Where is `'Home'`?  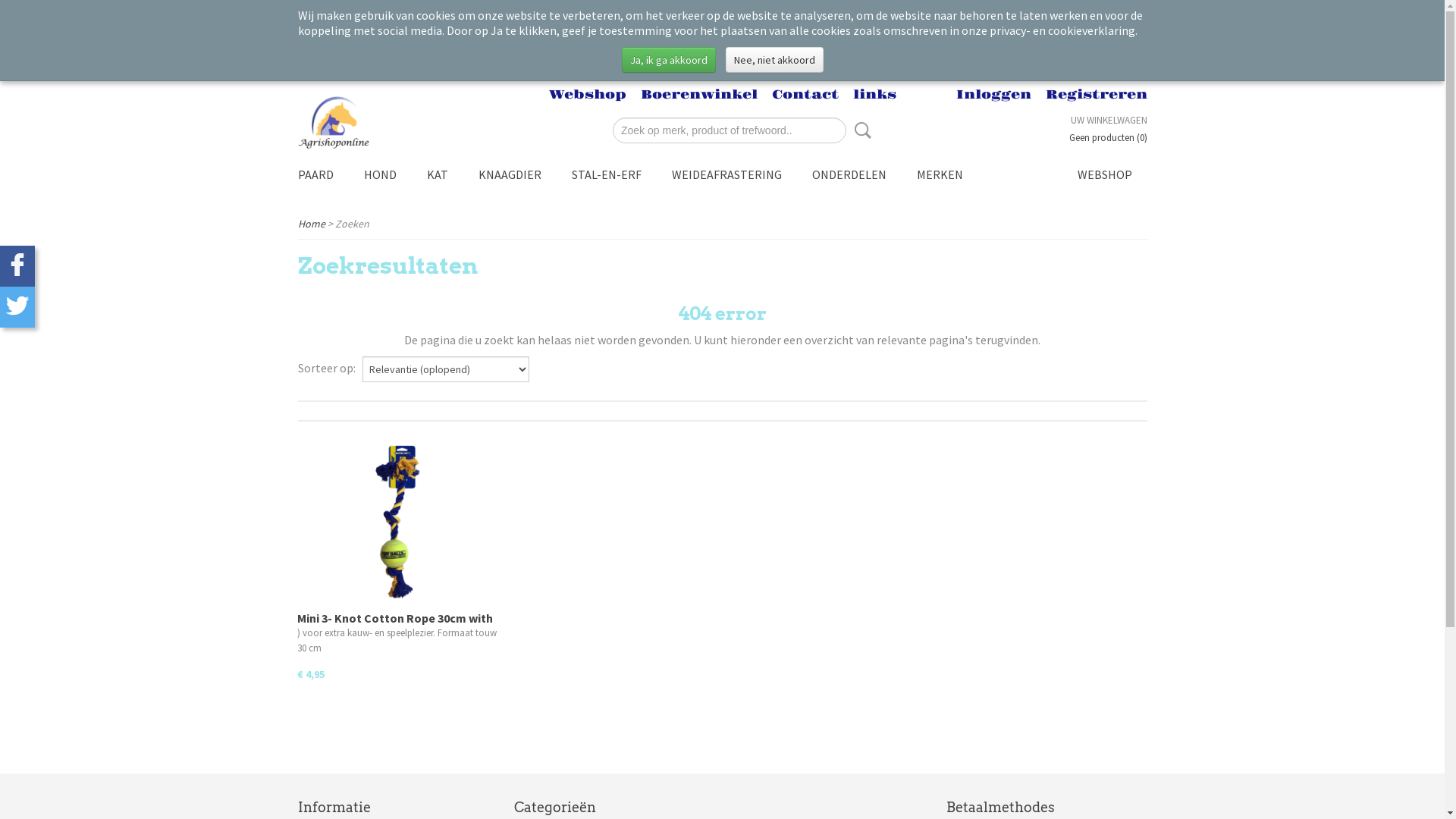
'Home' is located at coordinates (309, 223).